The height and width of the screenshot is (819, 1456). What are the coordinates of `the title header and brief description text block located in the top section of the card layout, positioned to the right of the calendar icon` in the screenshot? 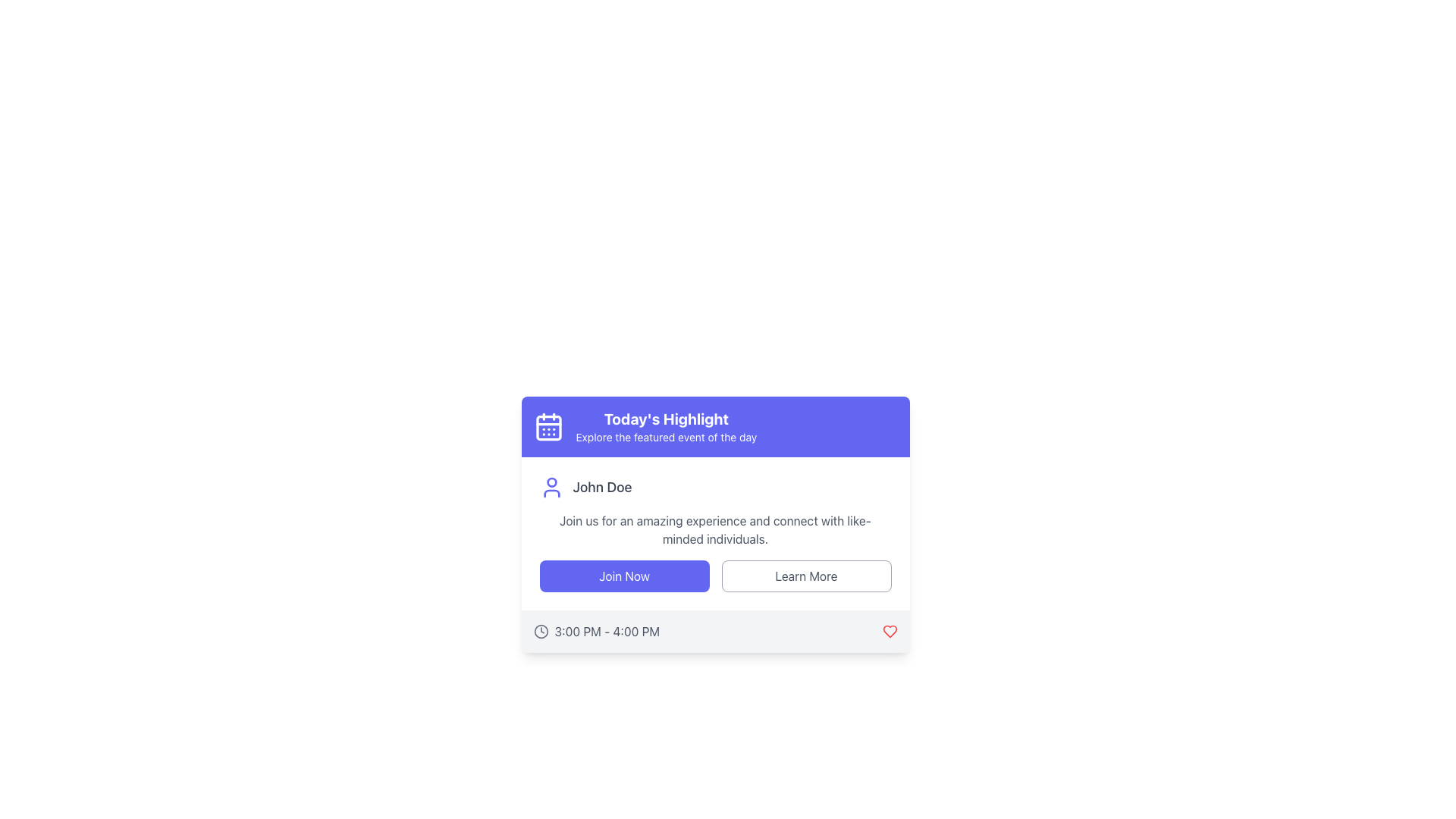 It's located at (666, 427).